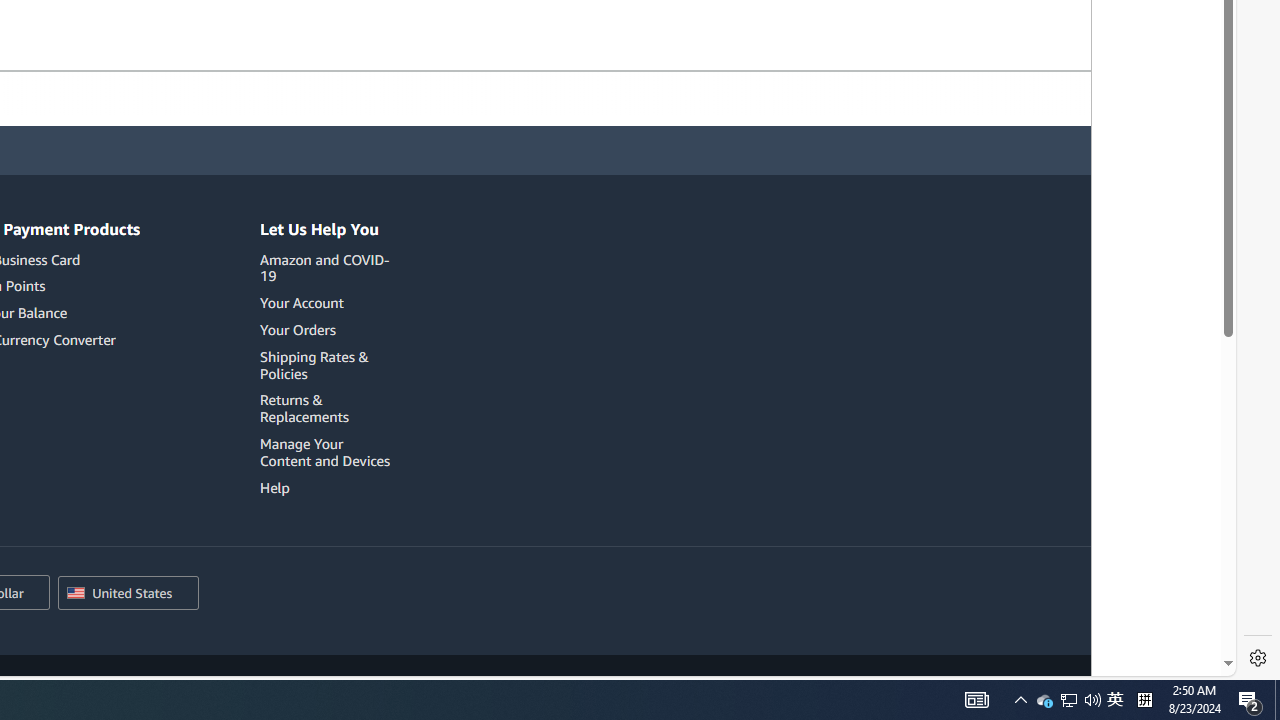 This screenshot has height=720, width=1280. What do you see at coordinates (328, 452) in the screenshot?
I see `'Manage Your Content and Devices'` at bounding box center [328, 452].